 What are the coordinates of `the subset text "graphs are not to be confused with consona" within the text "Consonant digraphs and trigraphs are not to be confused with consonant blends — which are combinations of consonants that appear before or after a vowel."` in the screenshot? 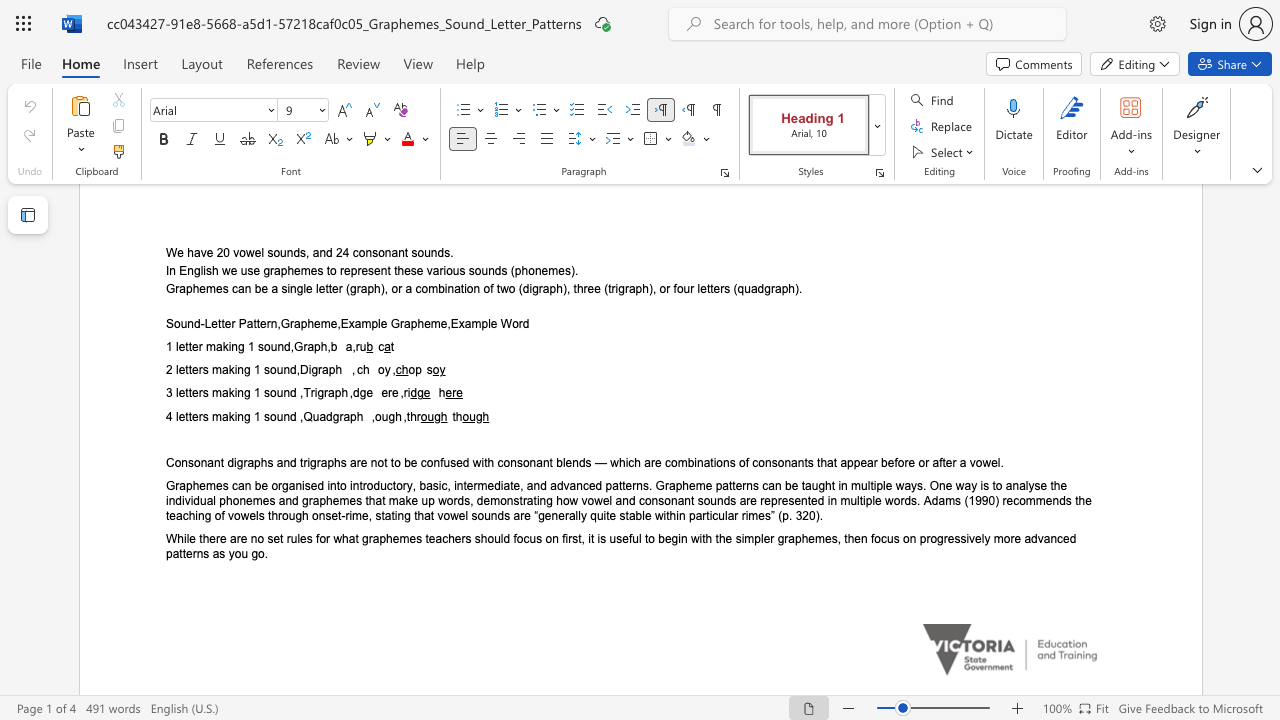 It's located at (309, 462).